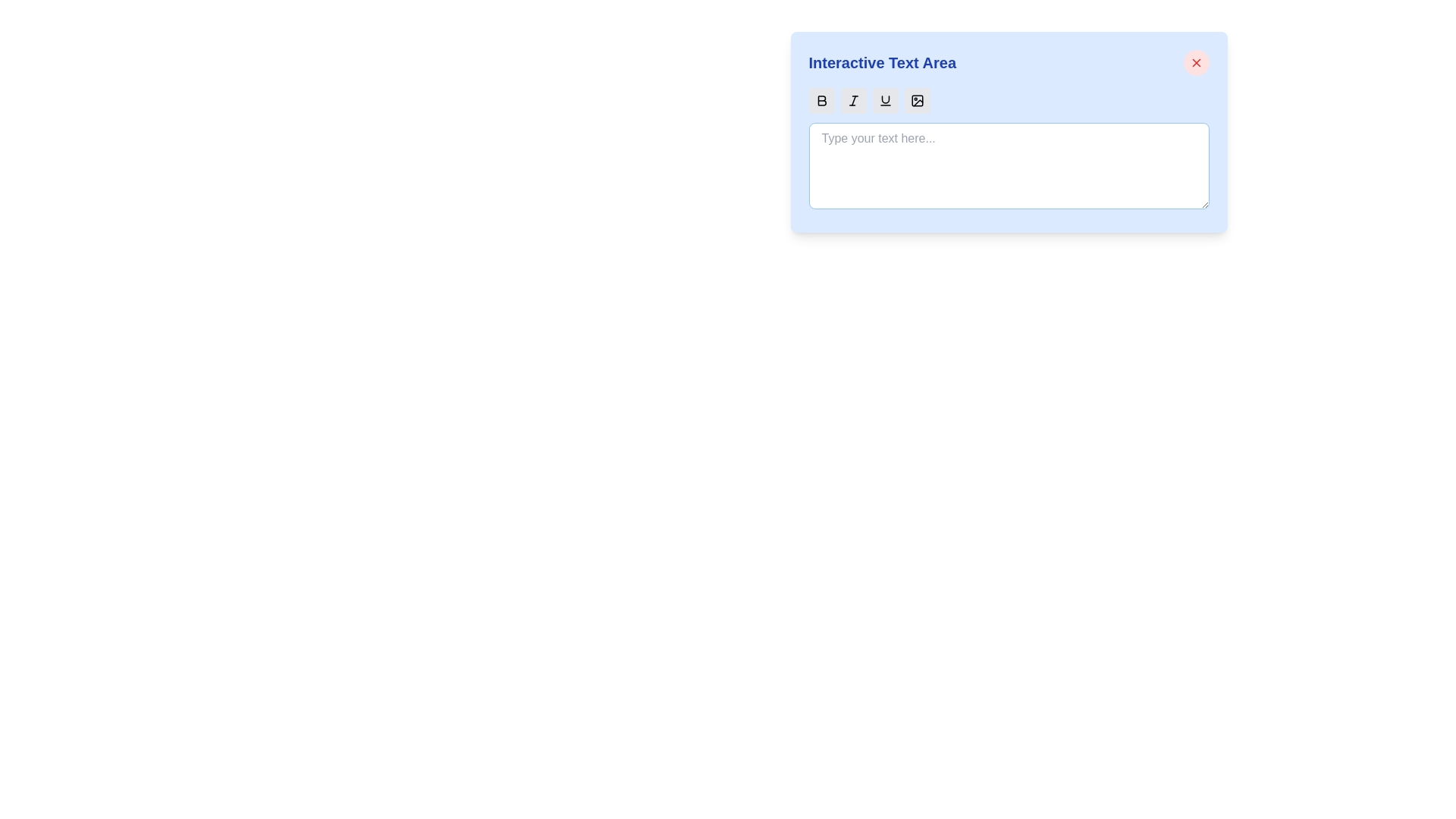  Describe the element at coordinates (1195, 62) in the screenshot. I see `the red X icon in the top-right corner of the light blue 'Interactive Text Area' box` at that location.